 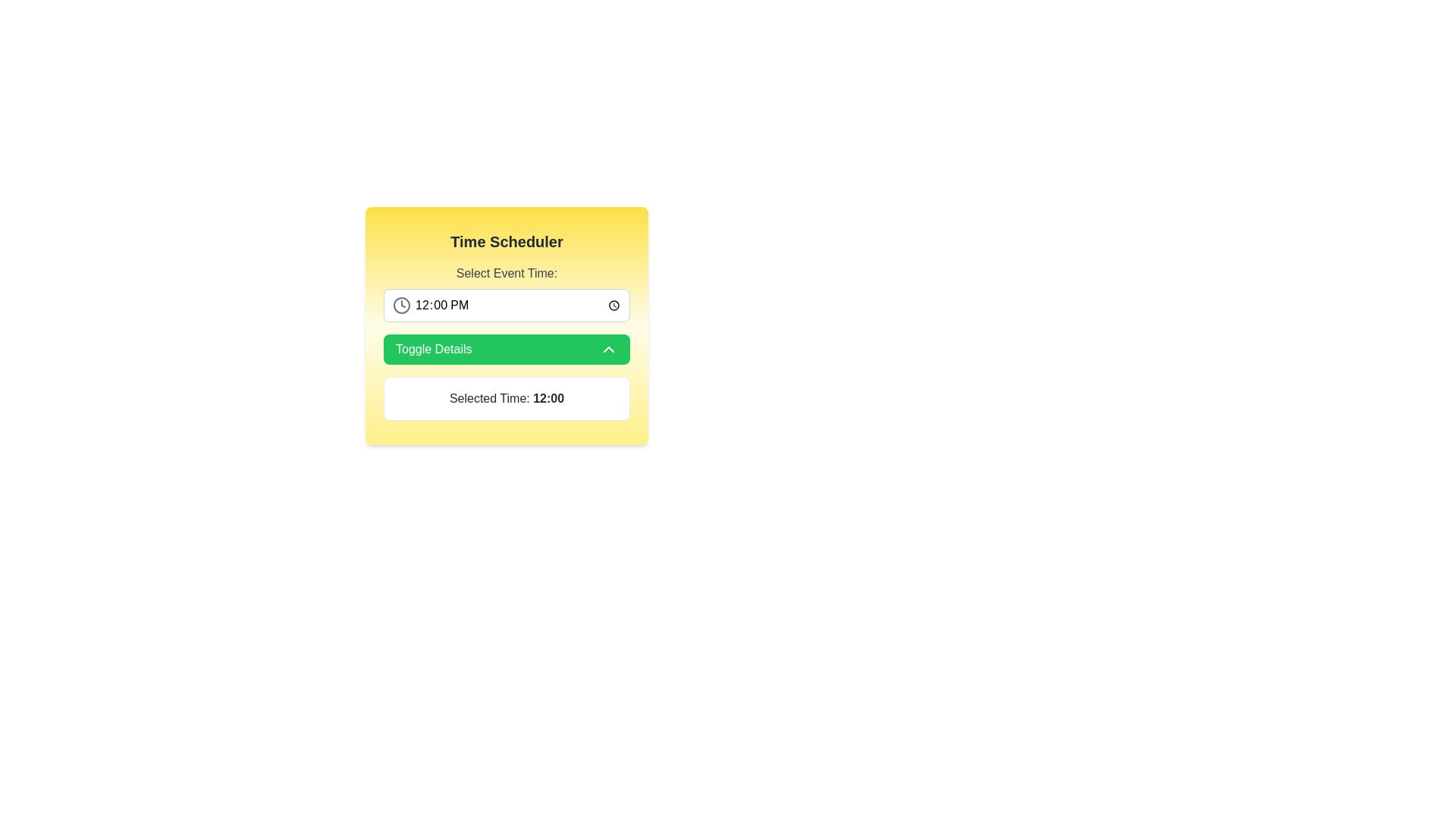 I want to click on the clock icon, which is a gray circular icon with clock hands pointing at 12 and 4, located to the left of the time input box in the yellow 'Time Scheduler' section, so click(x=401, y=305).